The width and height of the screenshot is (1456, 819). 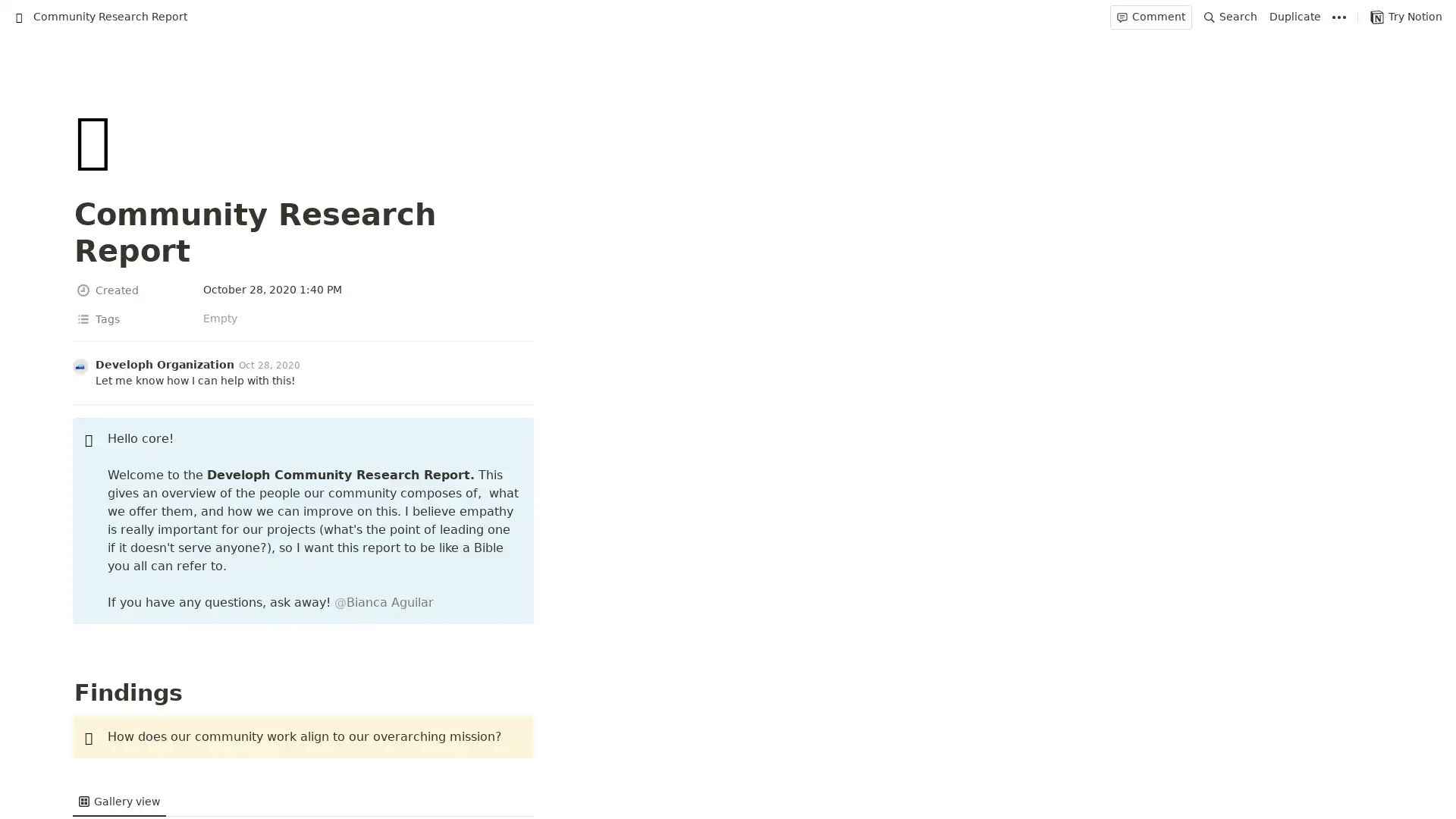 What do you see at coordinates (1150, 17) in the screenshot?
I see `Comment` at bounding box center [1150, 17].